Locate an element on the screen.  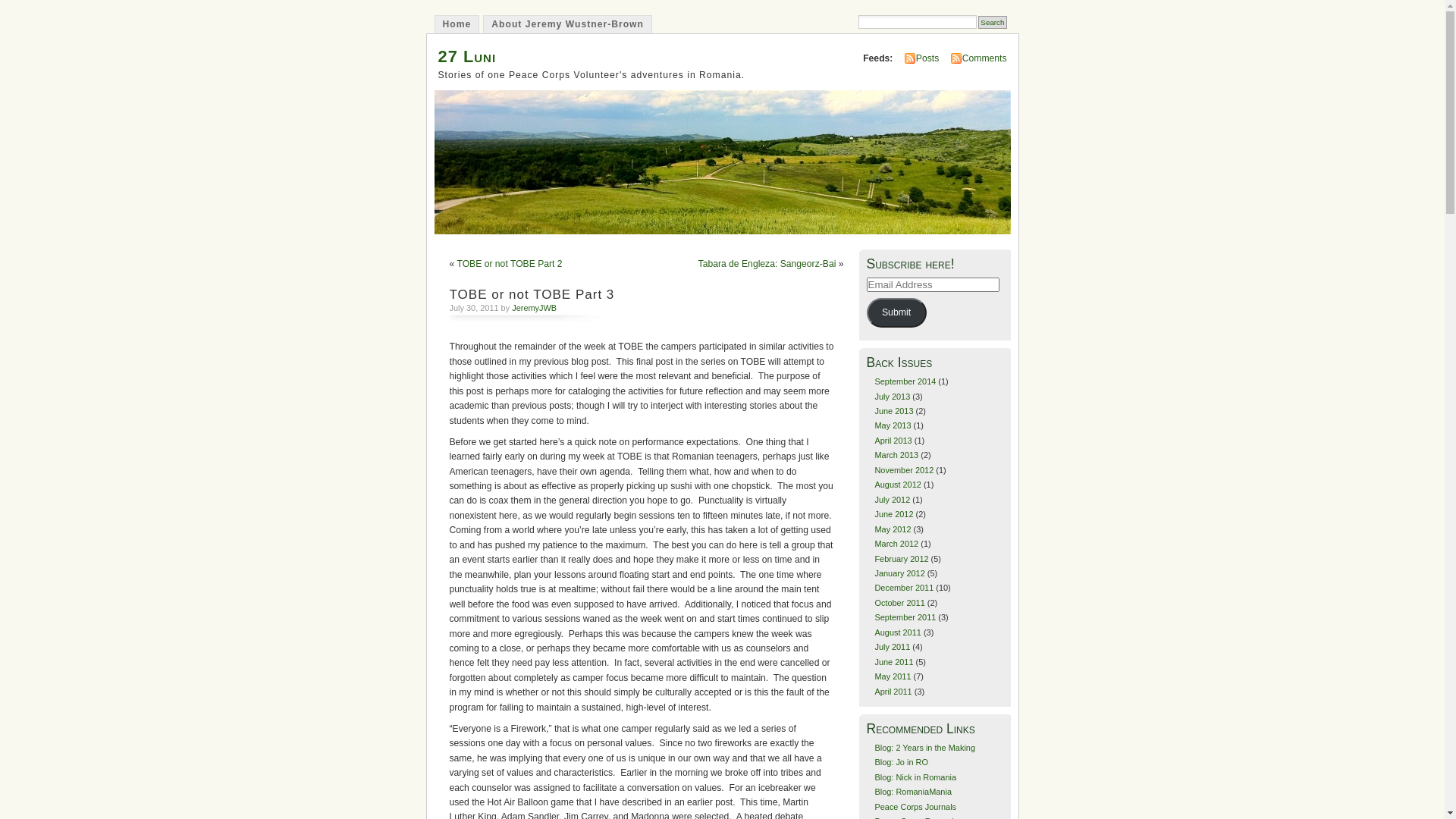
'November 2012' is located at coordinates (874, 469).